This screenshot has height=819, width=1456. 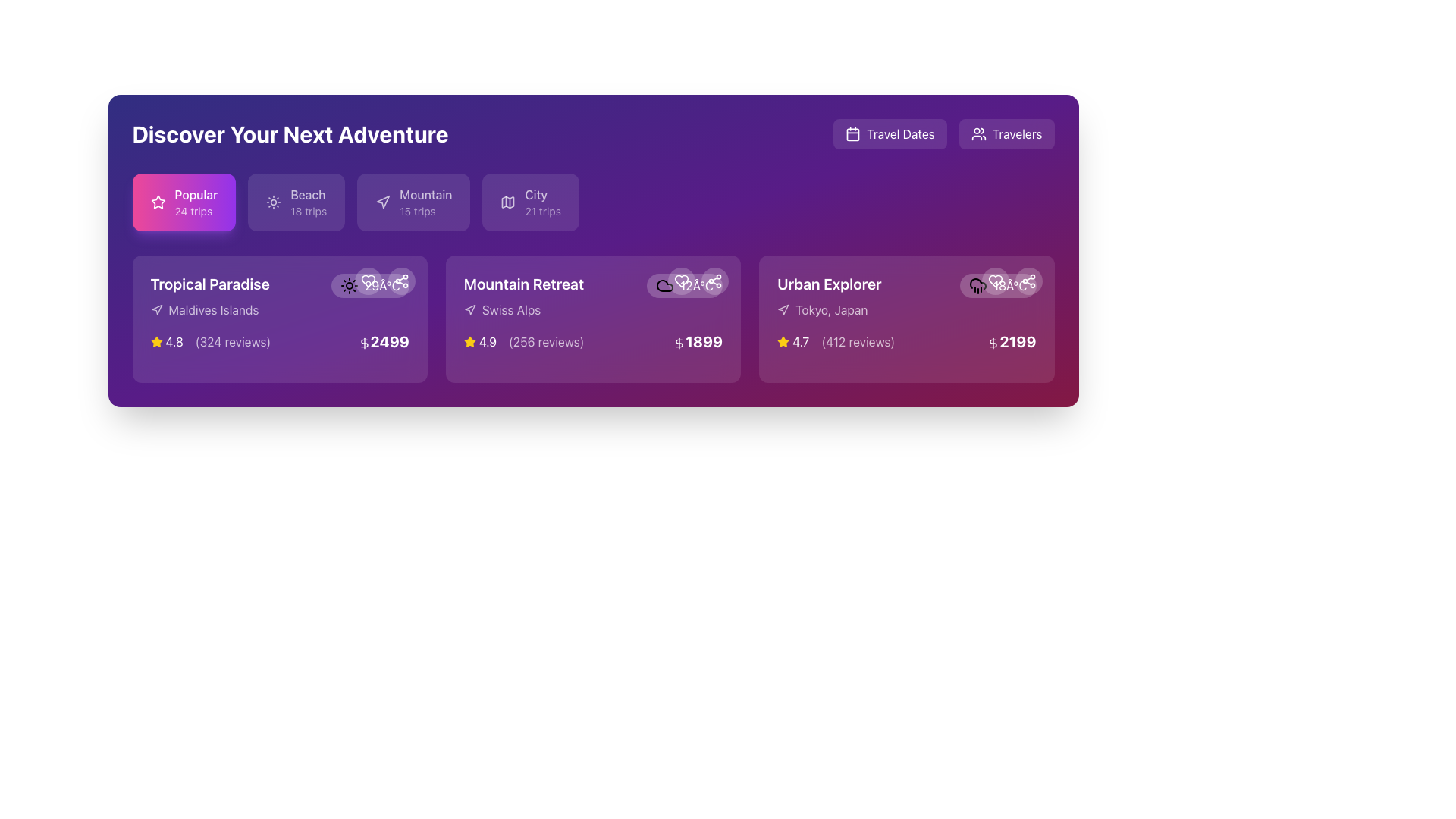 I want to click on the static icon located to the left of the 'Swiss Alps' text within the 'Mountain Retreat' card, so click(x=469, y=309).